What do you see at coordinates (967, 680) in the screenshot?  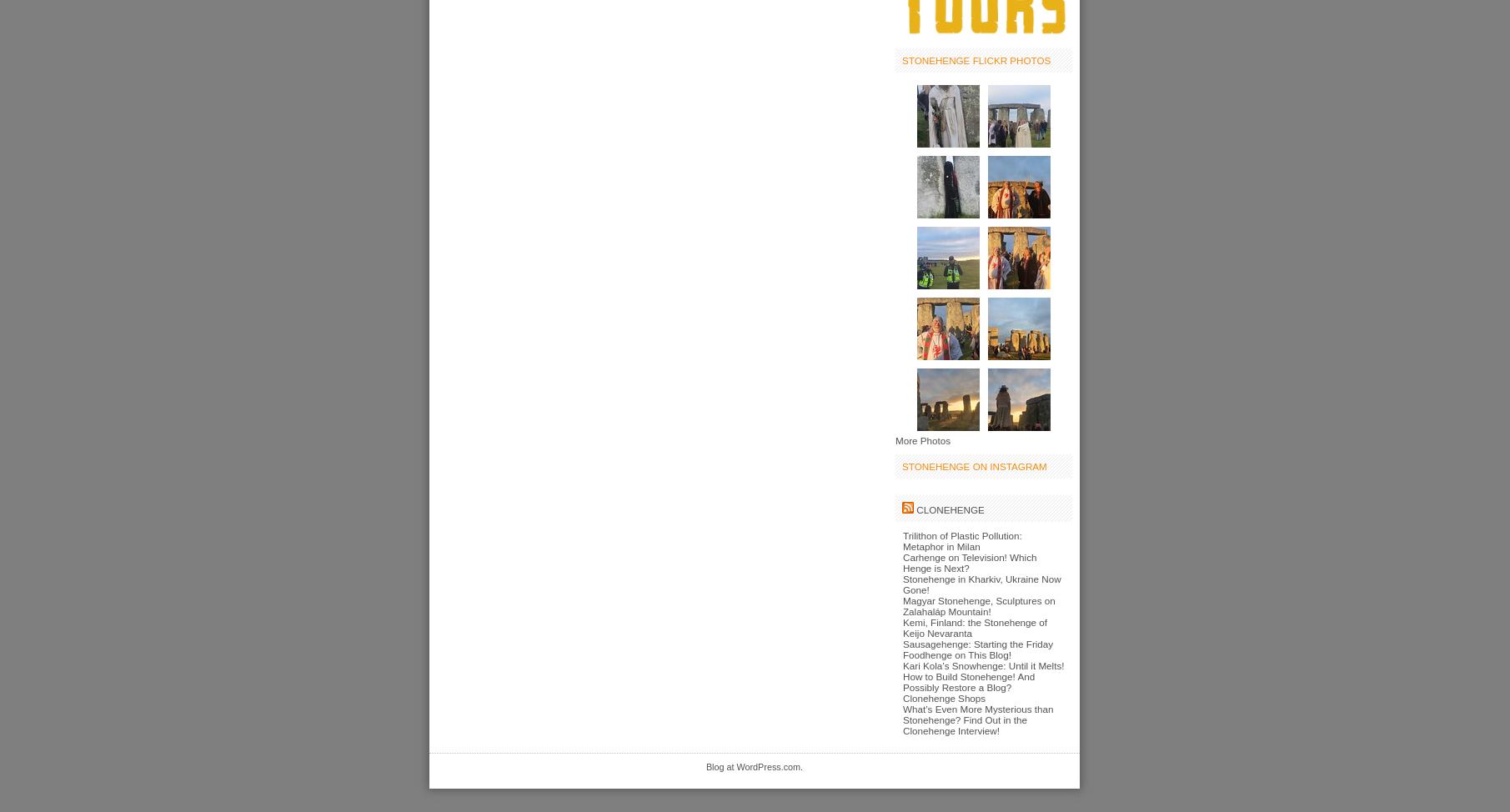 I see `'How to Build Stonehenge! And Possibly Restore a Blog?'` at bounding box center [967, 680].